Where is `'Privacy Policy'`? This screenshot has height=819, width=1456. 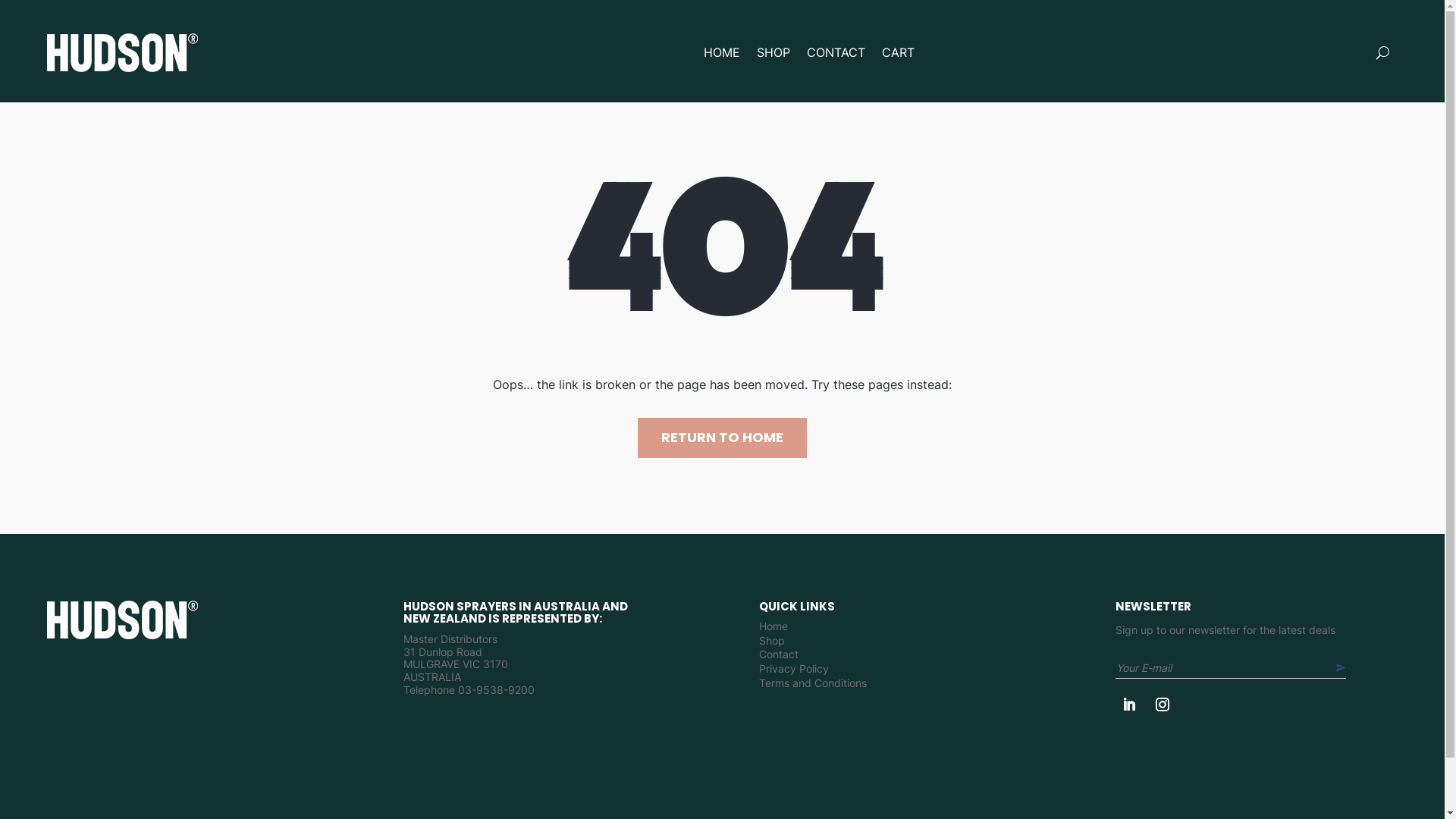 'Privacy Policy' is located at coordinates (792, 671).